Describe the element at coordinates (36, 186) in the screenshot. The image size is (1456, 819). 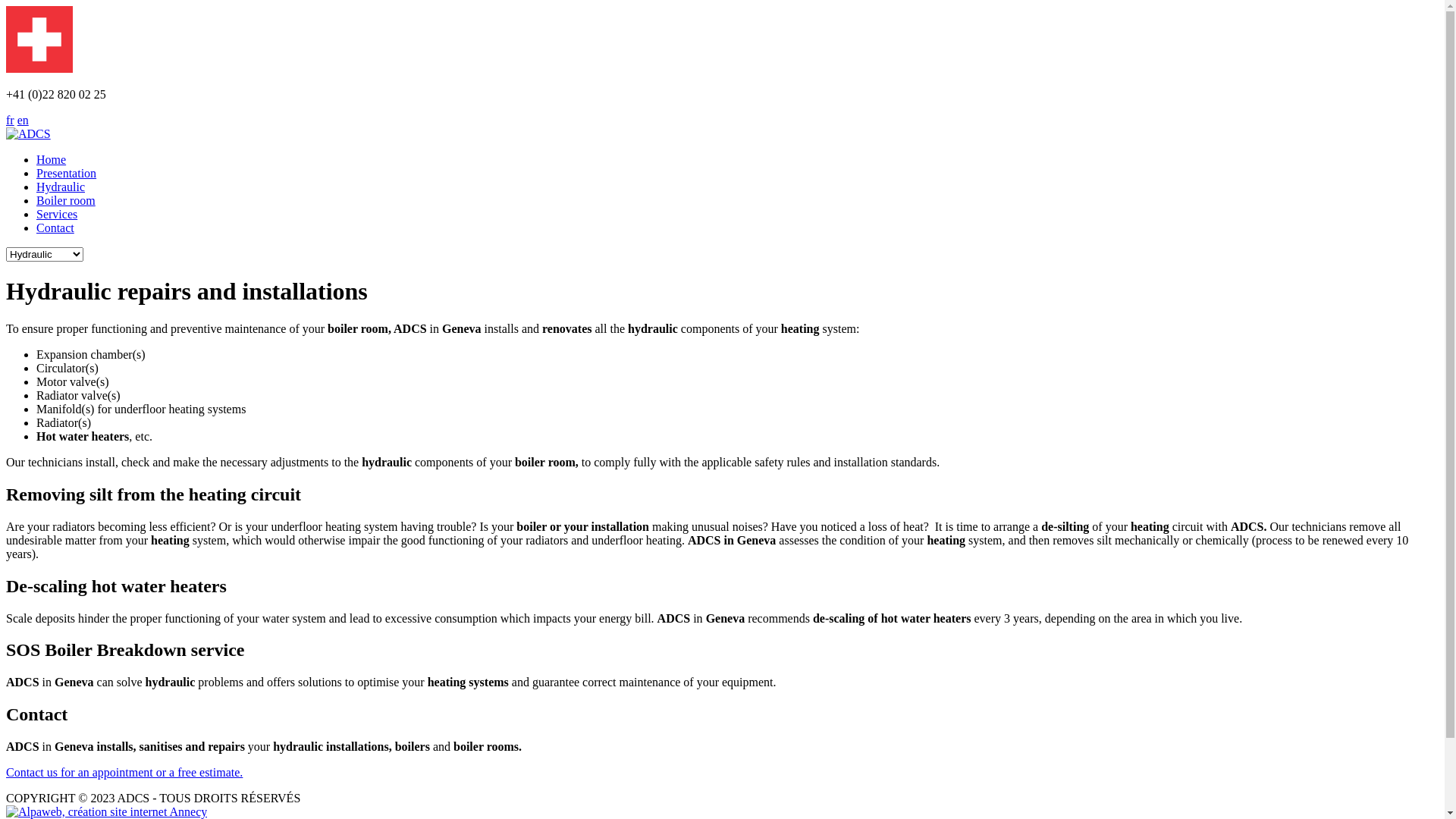
I see `'Hydraulic'` at that location.